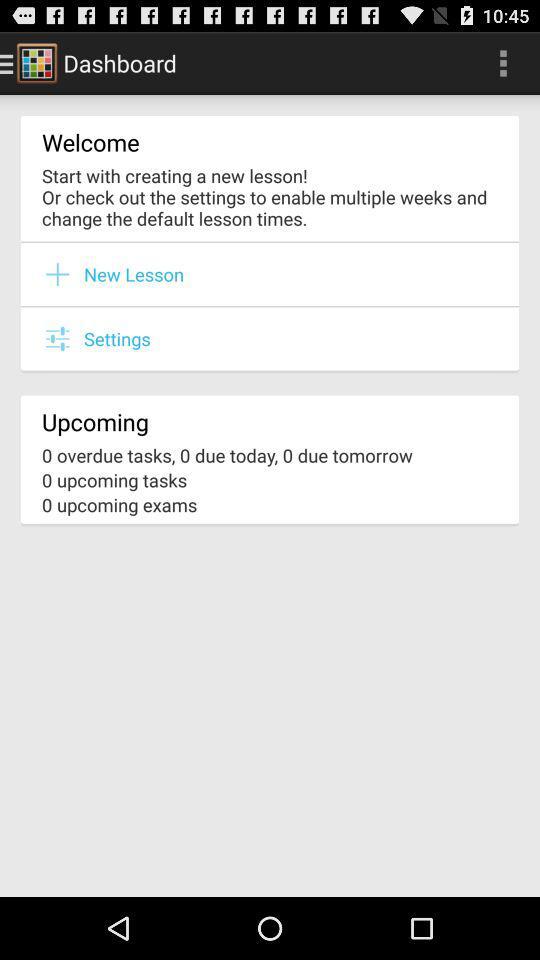  Describe the element at coordinates (270, 196) in the screenshot. I see `the start with creating` at that location.